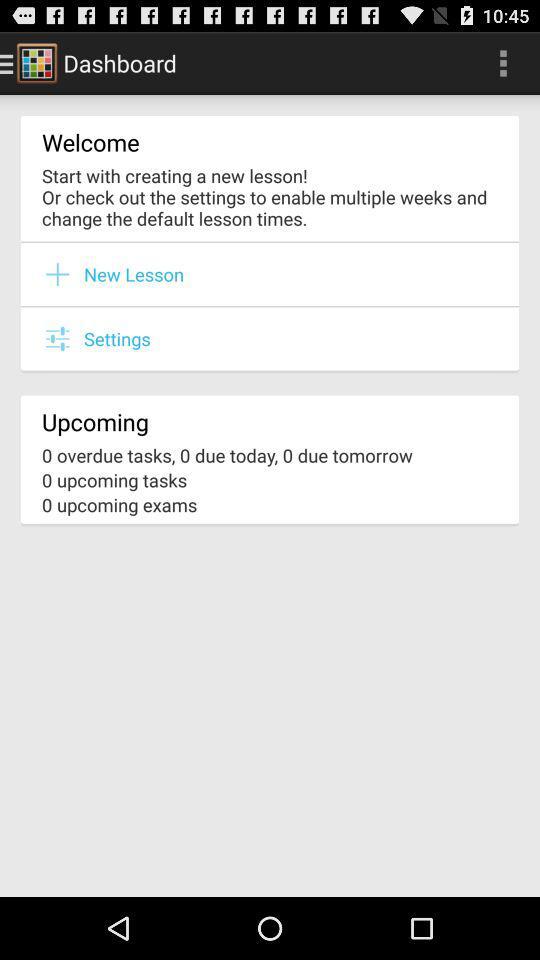  Describe the element at coordinates (270, 196) in the screenshot. I see `the start with creating` at that location.